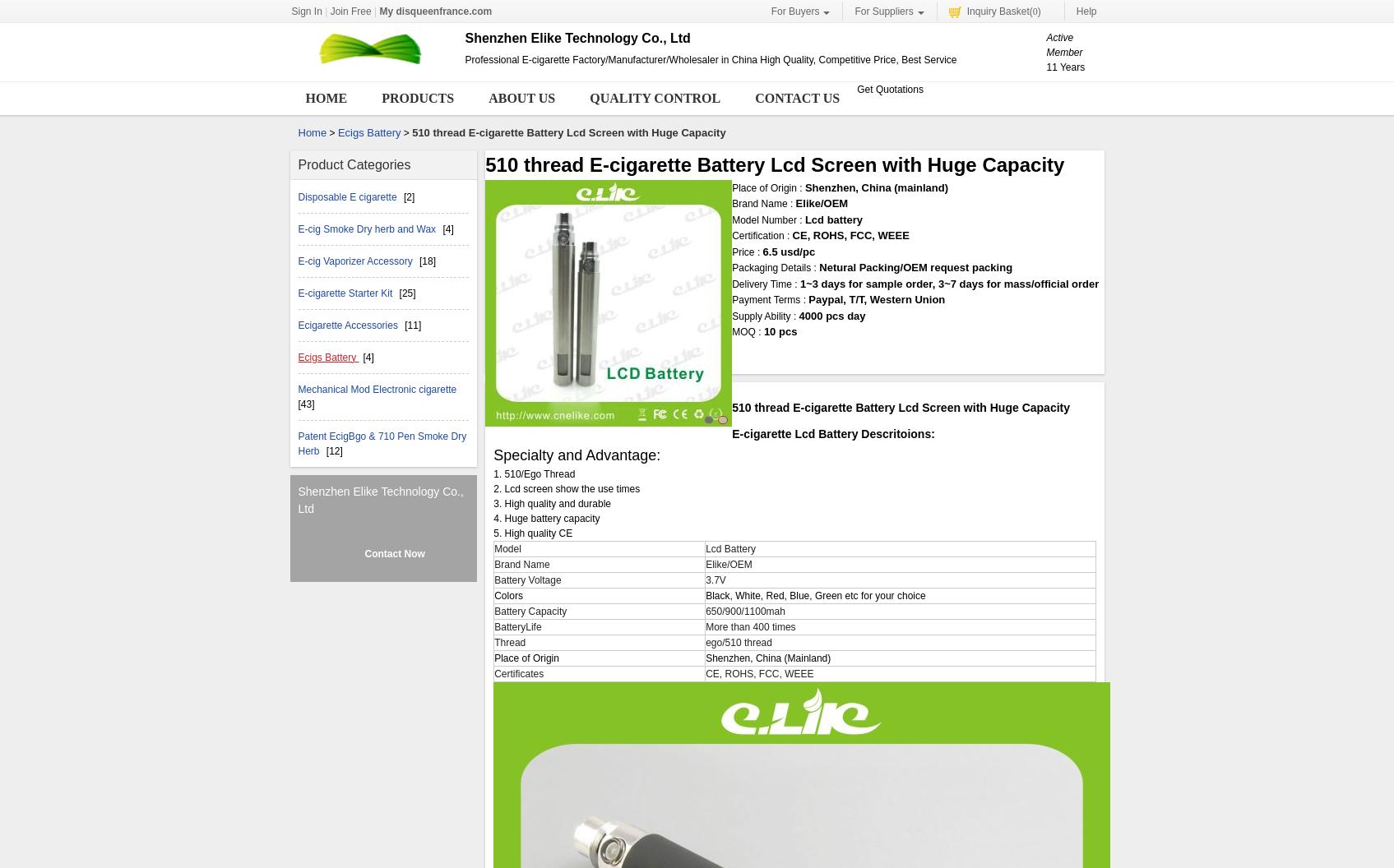  Describe the element at coordinates (1086, 12) in the screenshot. I see `'Help'` at that location.